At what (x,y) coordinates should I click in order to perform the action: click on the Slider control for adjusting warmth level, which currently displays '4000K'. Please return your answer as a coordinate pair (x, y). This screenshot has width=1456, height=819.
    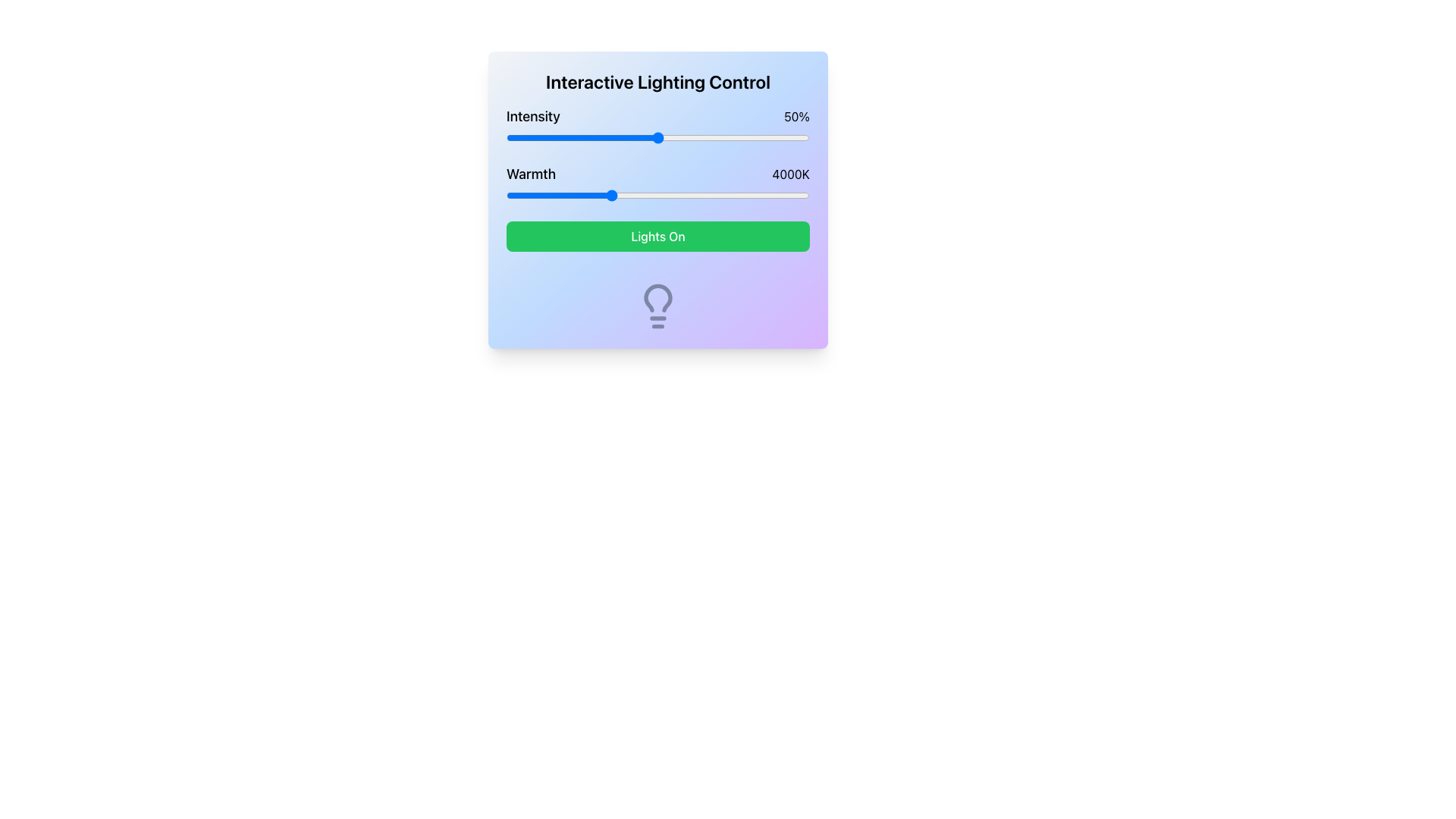
    Looking at the image, I should click on (658, 183).